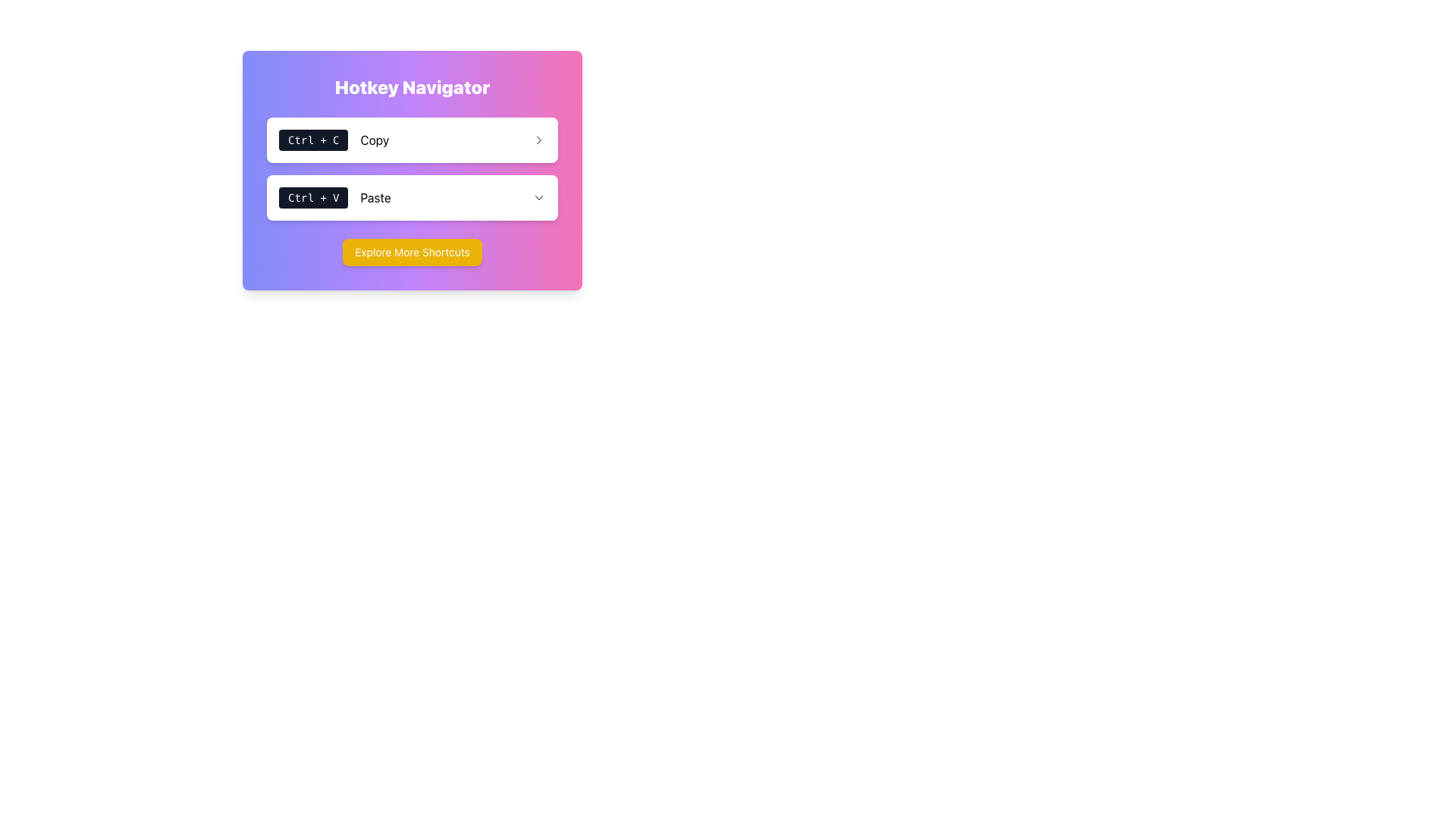 The width and height of the screenshot is (1456, 819). What do you see at coordinates (375, 197) in the screenshot?
I see `the 'Paste' text label, which is styled in black text on a white background and is part of the keyboard shortcuts list` at bounding box center [375, 197].